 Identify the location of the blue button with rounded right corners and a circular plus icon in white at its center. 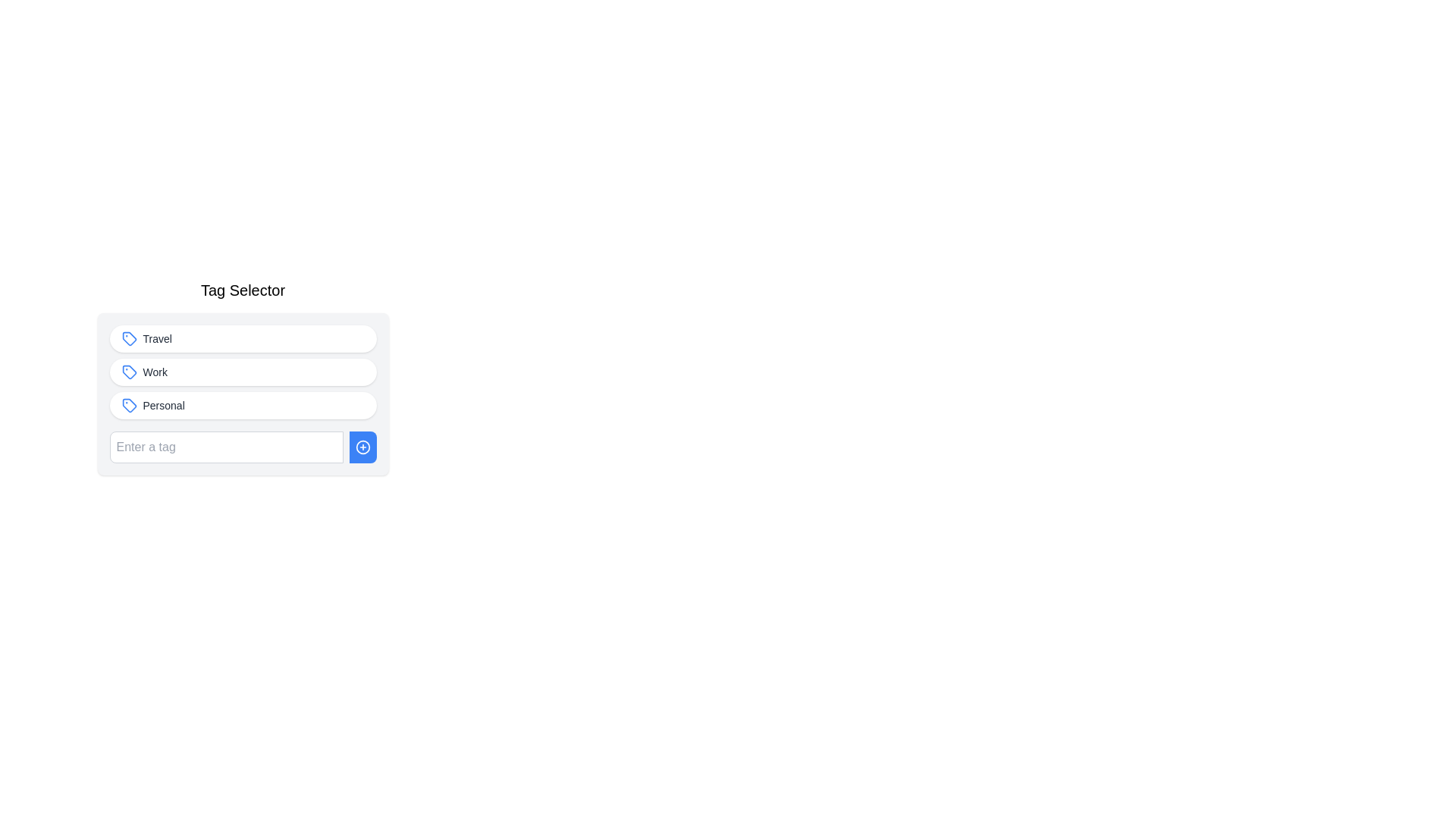
(362, 447).